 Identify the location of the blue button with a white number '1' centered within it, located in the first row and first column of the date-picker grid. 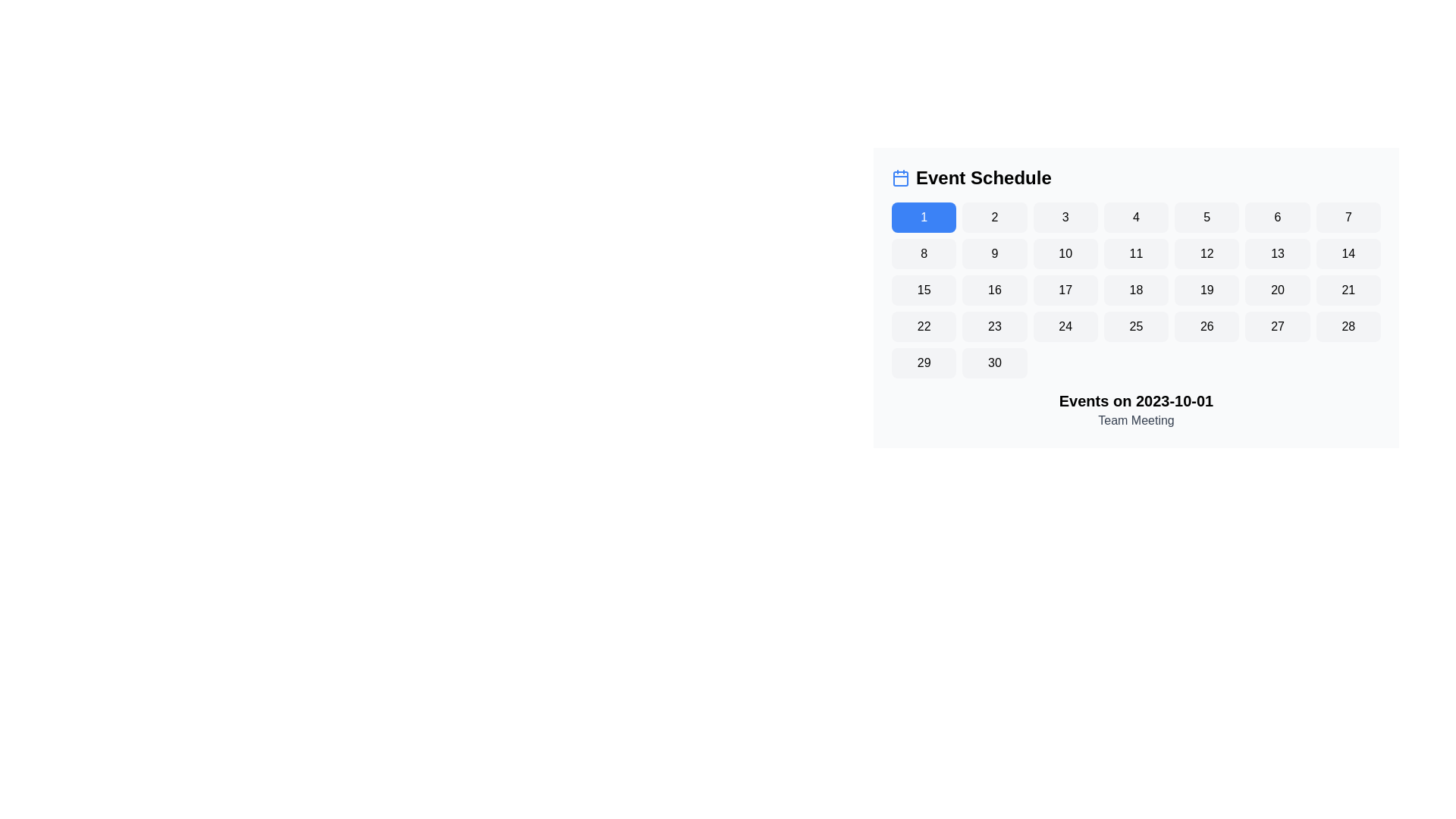
(923, 217).